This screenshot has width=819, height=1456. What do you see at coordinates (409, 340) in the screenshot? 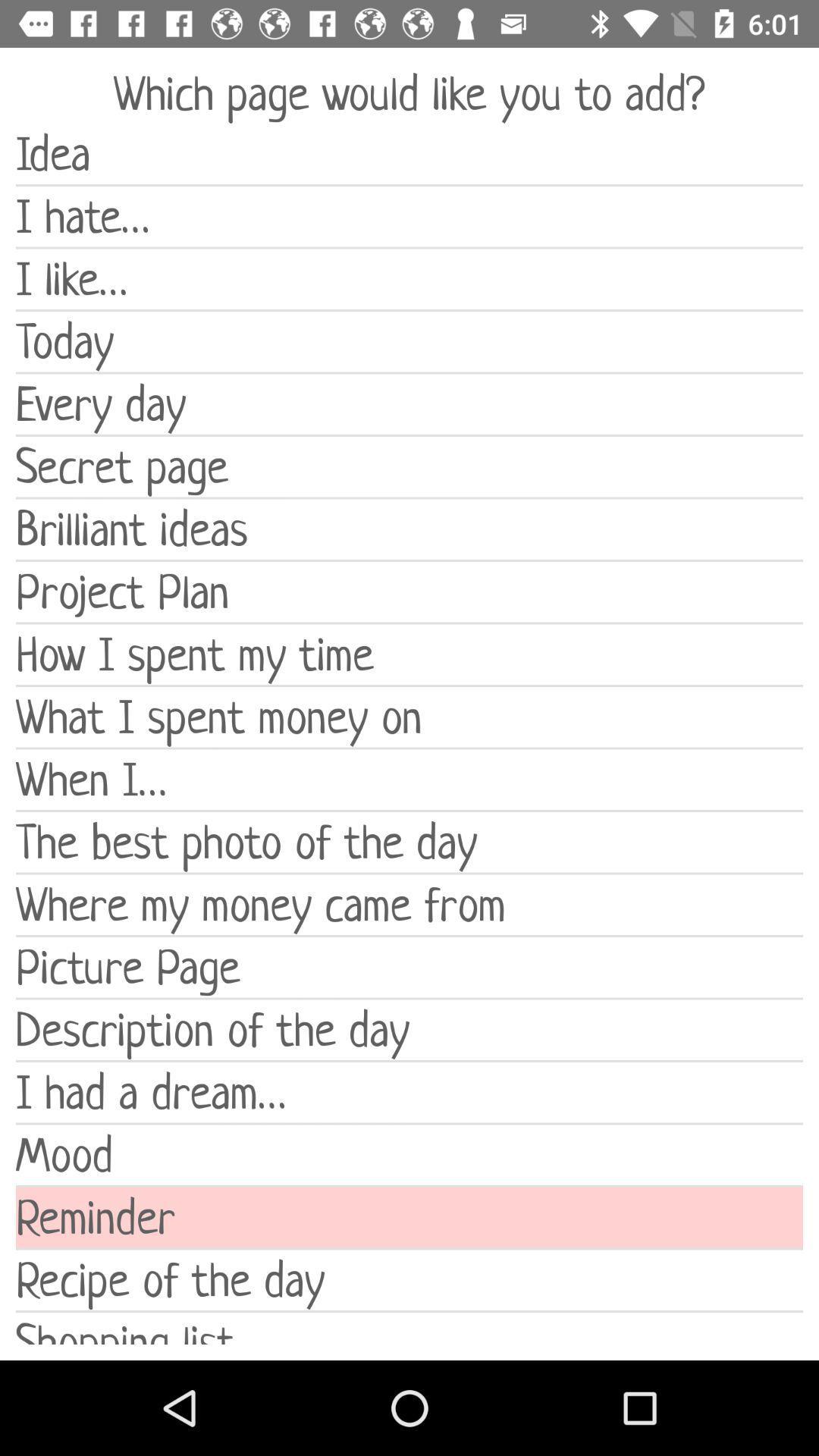
I see `icon above the every day item` at bounding box center [409, 340].